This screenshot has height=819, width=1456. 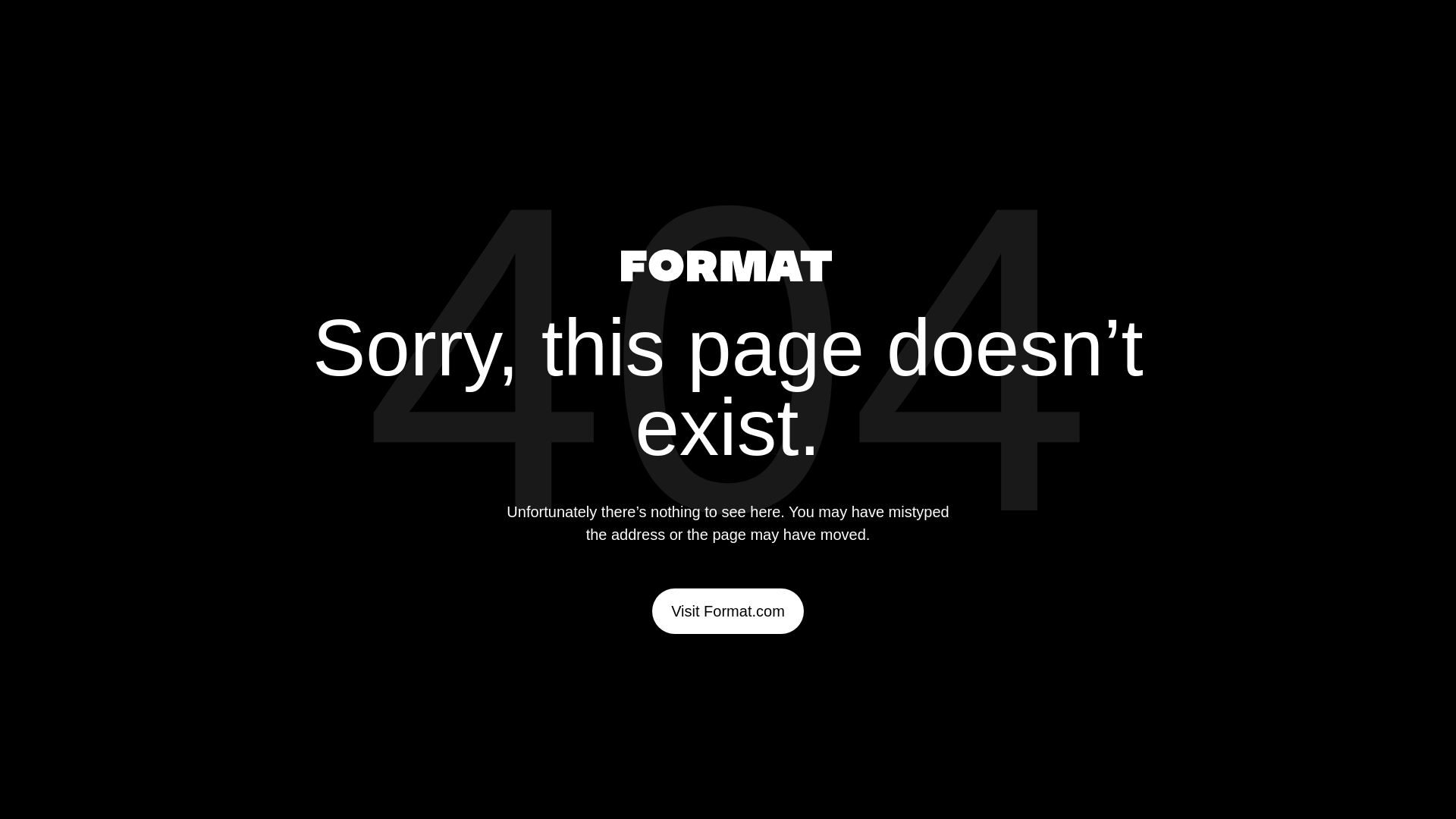 What do you see at coordinates (728, 610) in the screenshot?
I see `'Visit Format.com'` at bounding box center [728, 610].